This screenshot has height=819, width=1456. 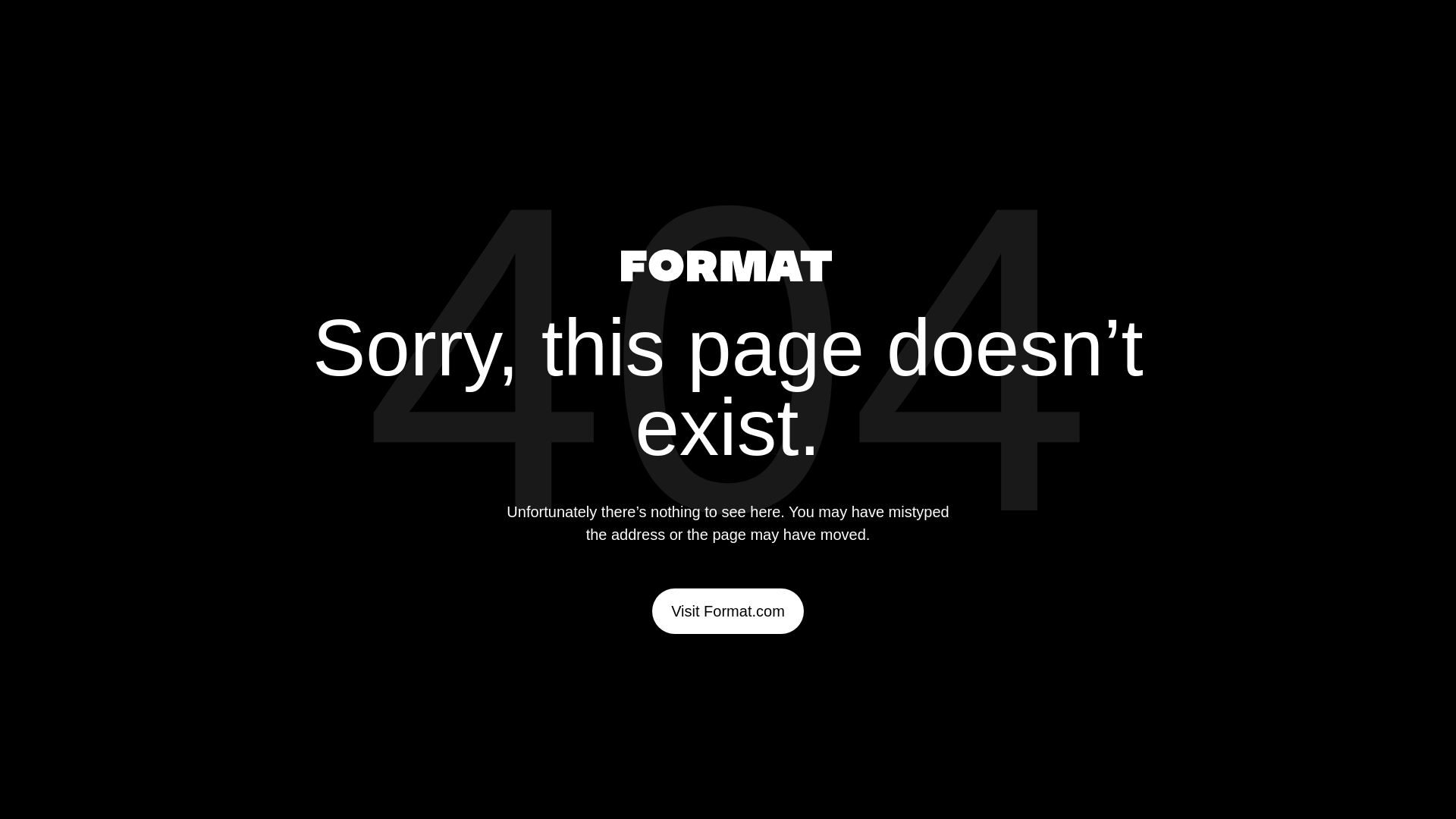 What do you see at coordinates (728, 610) in the screenshot?
I see `'Visit Format.com'` at bounding box center [728, 610].